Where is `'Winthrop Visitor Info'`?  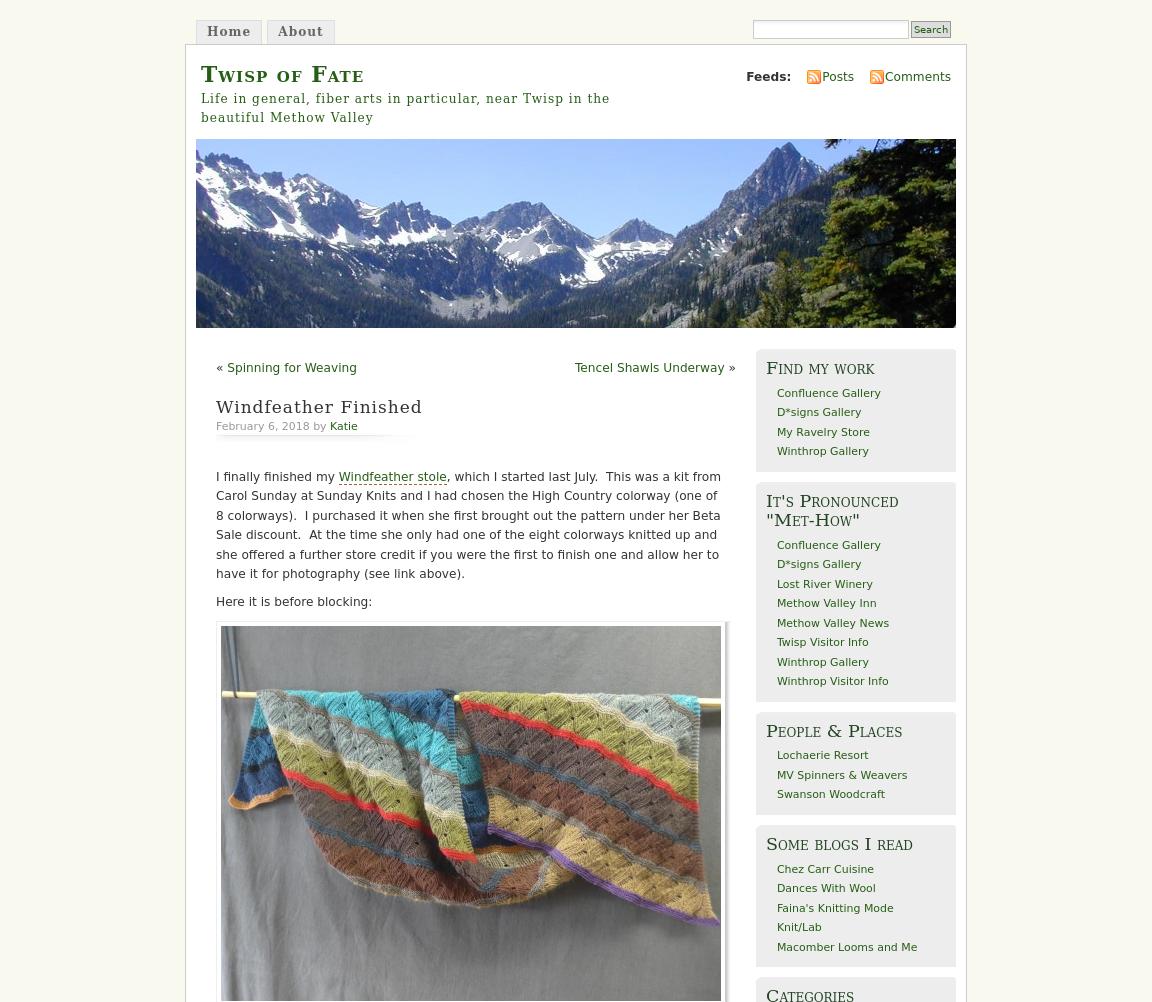 'Winthrop Visitor Info' is located at coordinates (831, 681).